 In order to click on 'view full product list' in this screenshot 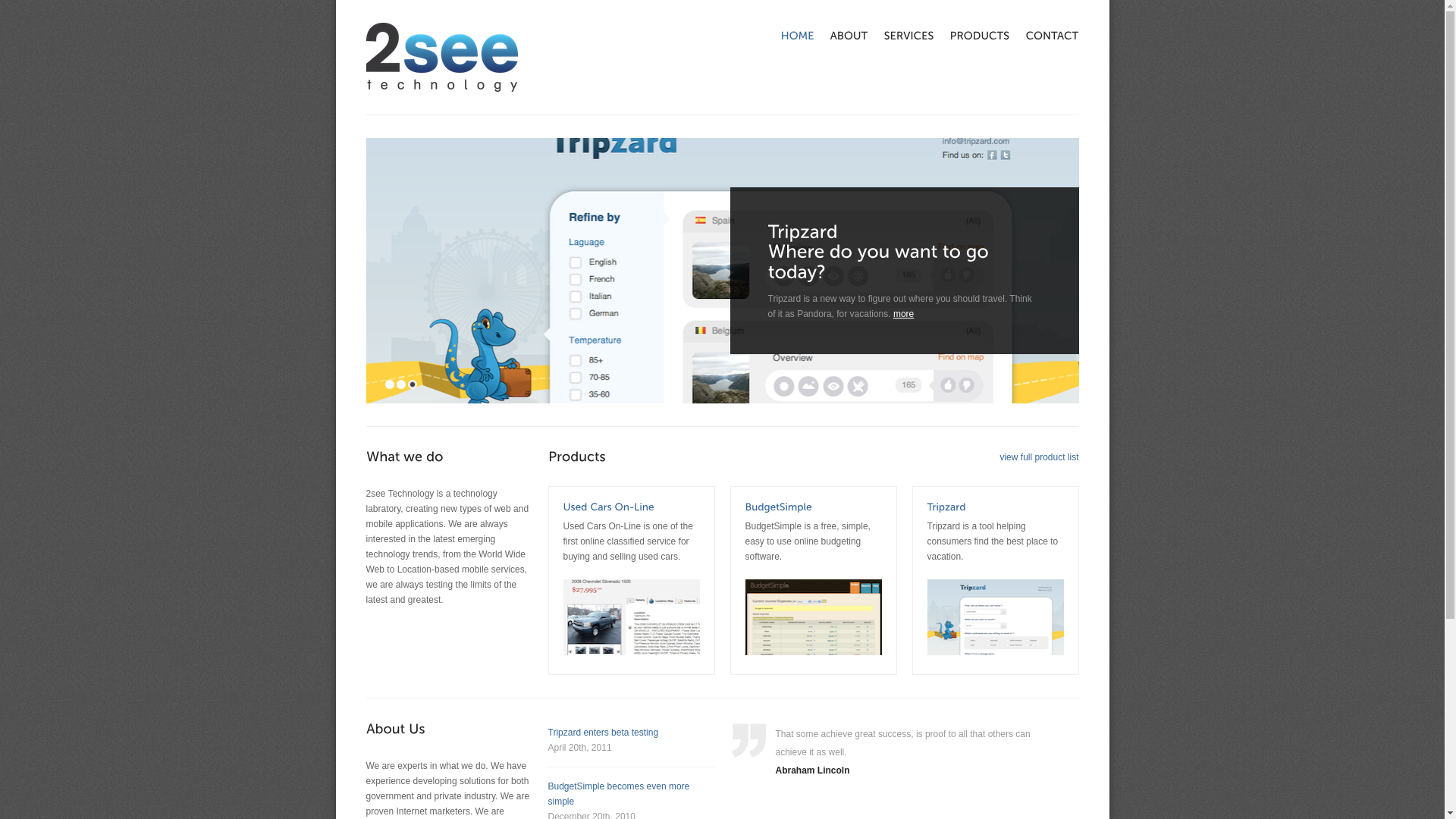, I will do `click(1037, 456)`.